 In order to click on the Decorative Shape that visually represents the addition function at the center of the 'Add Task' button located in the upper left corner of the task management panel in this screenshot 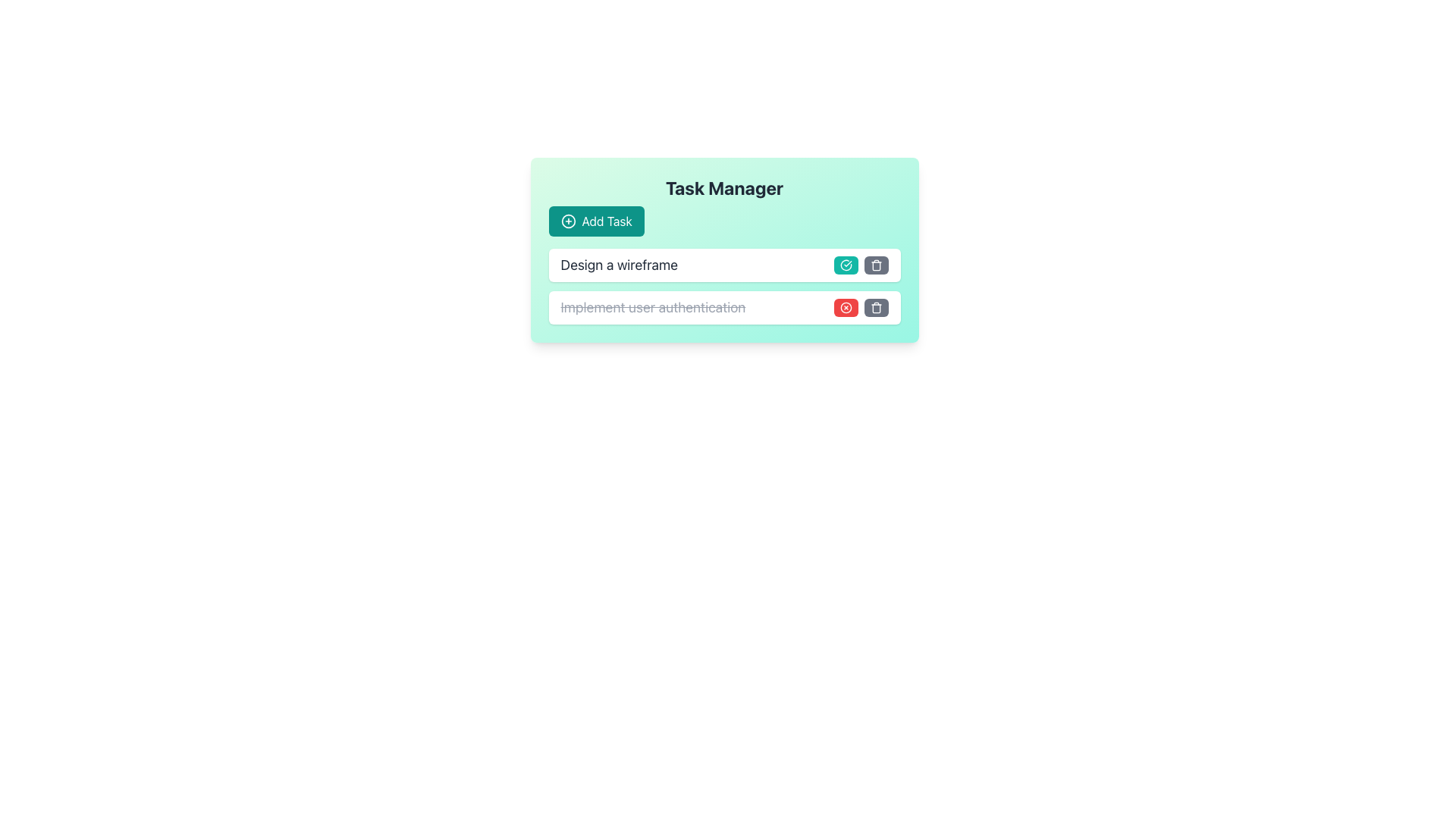, I will do `click(567, 221)`.